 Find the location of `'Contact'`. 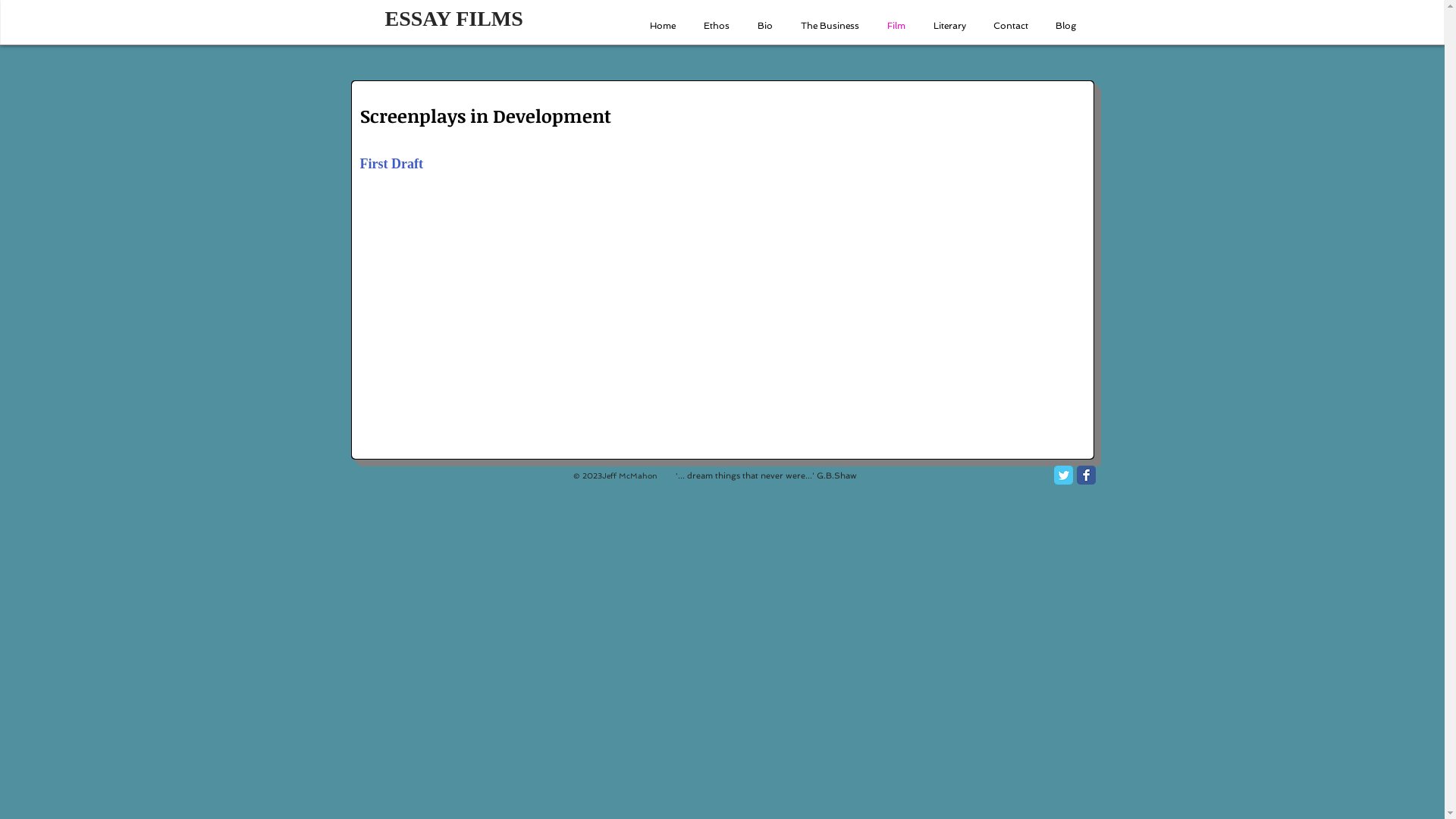

'Contact' is located at coordinates (1009, 26).